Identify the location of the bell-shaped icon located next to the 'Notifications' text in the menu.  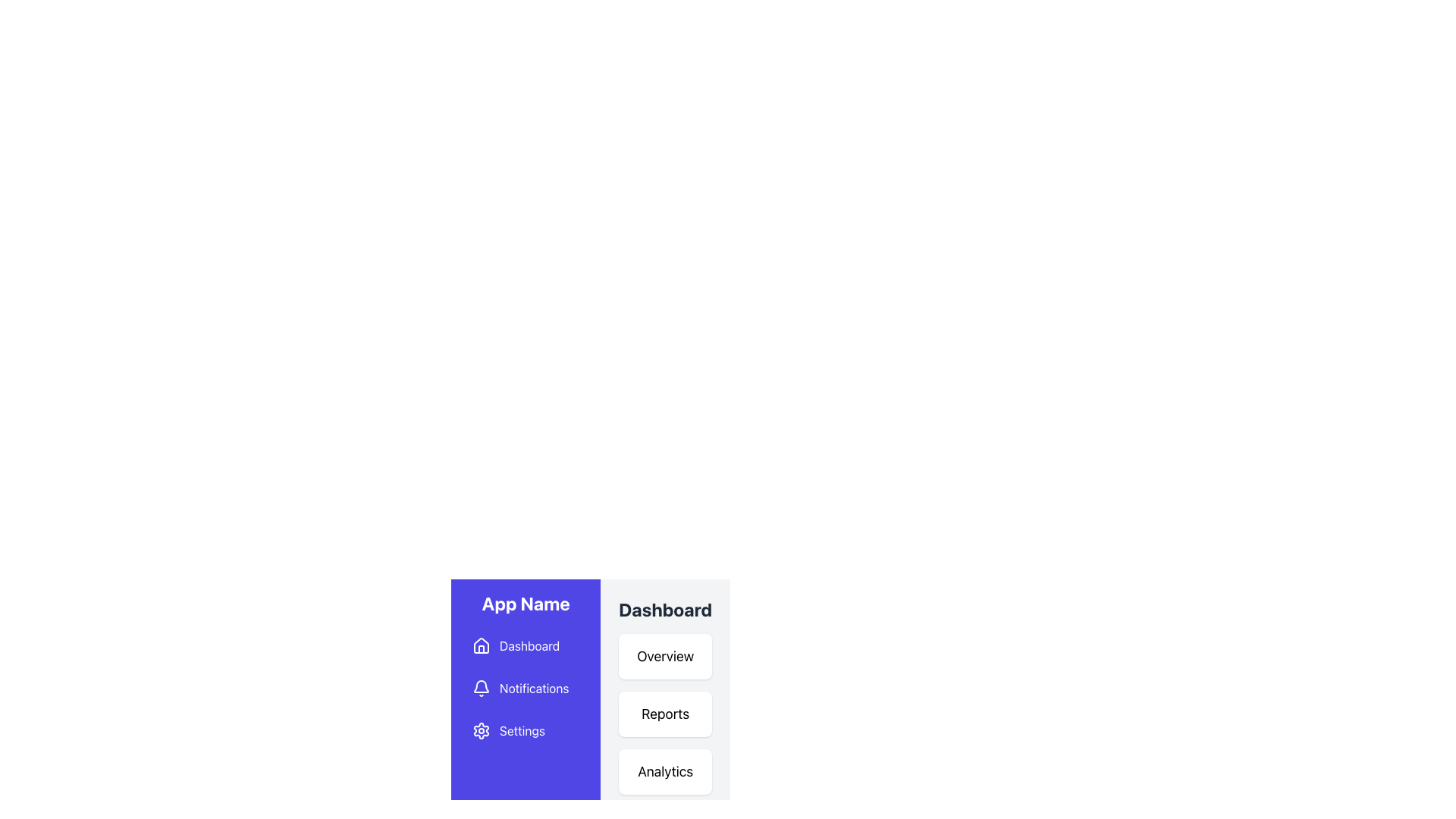
(480, 688).